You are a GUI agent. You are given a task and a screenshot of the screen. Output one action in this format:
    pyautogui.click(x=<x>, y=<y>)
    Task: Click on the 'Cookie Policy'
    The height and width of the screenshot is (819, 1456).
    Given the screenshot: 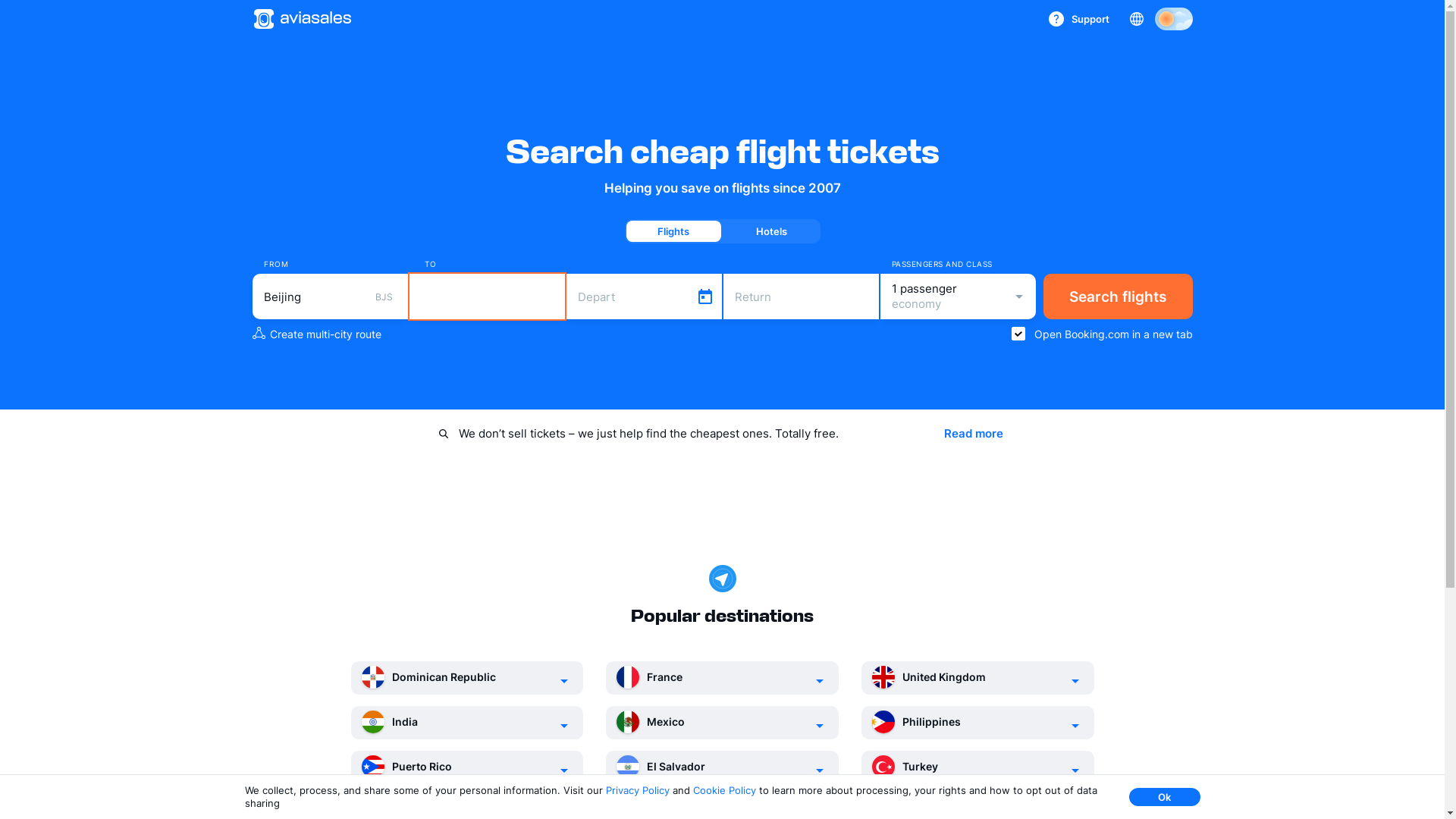 What is the action you would take?
    pyautogui.click(x=723, y=789)
    